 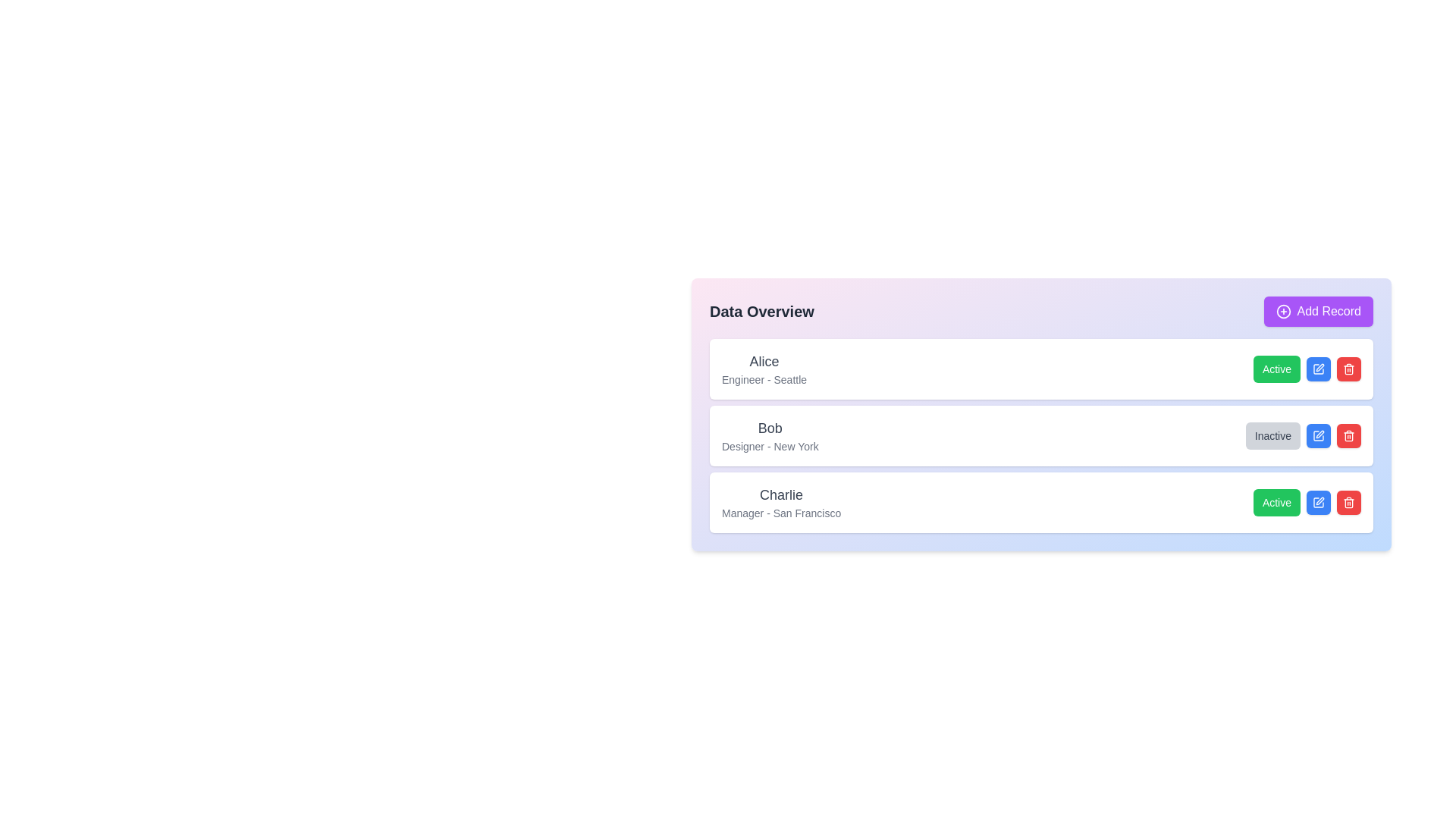 I want to click on the text display element showing 'Charlie' with the description 'Manager - San Francisco', located in the third card of the vertical list, so click(x=781, y=503).